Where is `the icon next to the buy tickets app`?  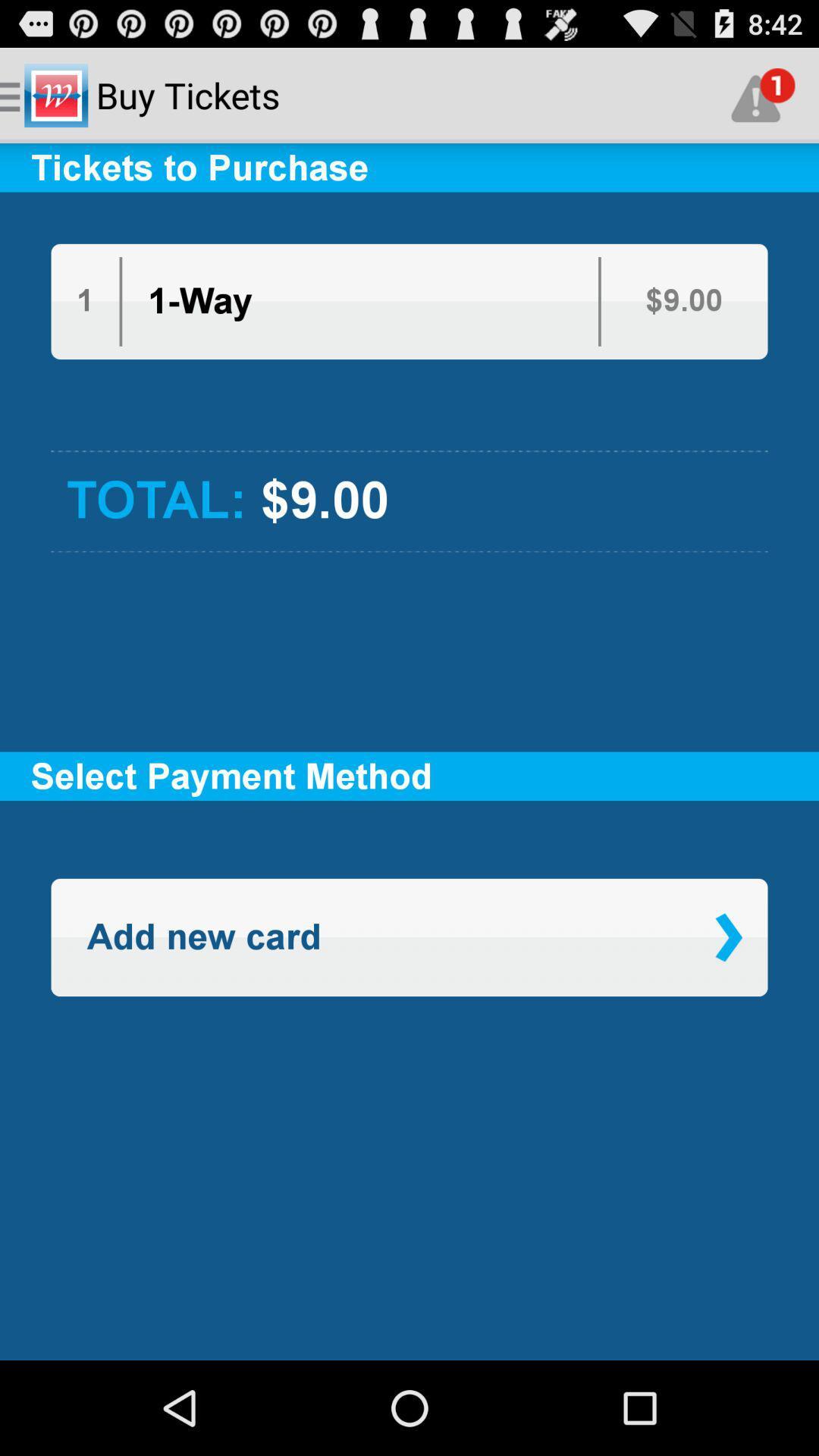 the icon next to the buy tickets app is located at coordinates (763, 94).